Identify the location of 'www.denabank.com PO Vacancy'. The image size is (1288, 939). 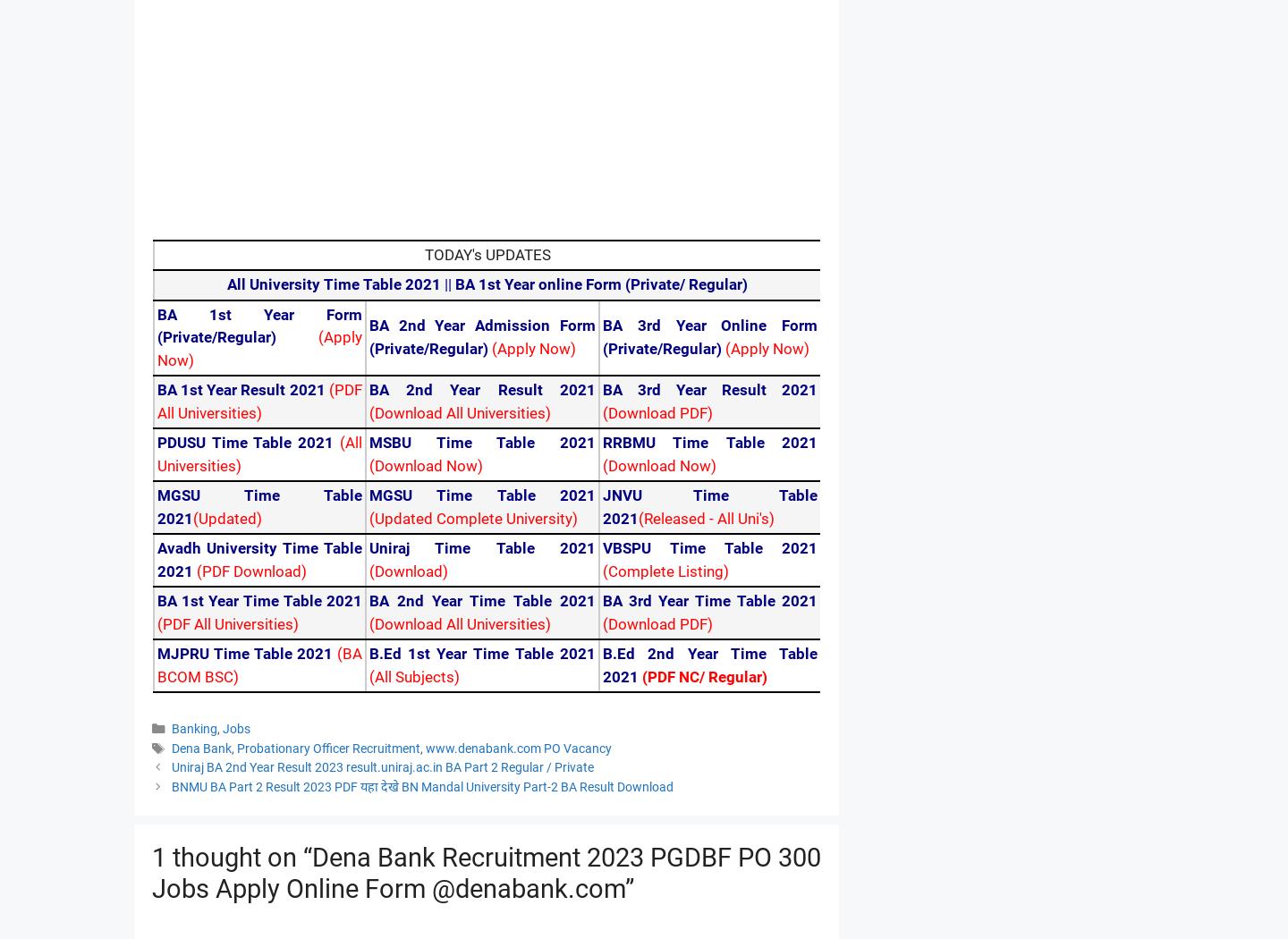
(518, 748).